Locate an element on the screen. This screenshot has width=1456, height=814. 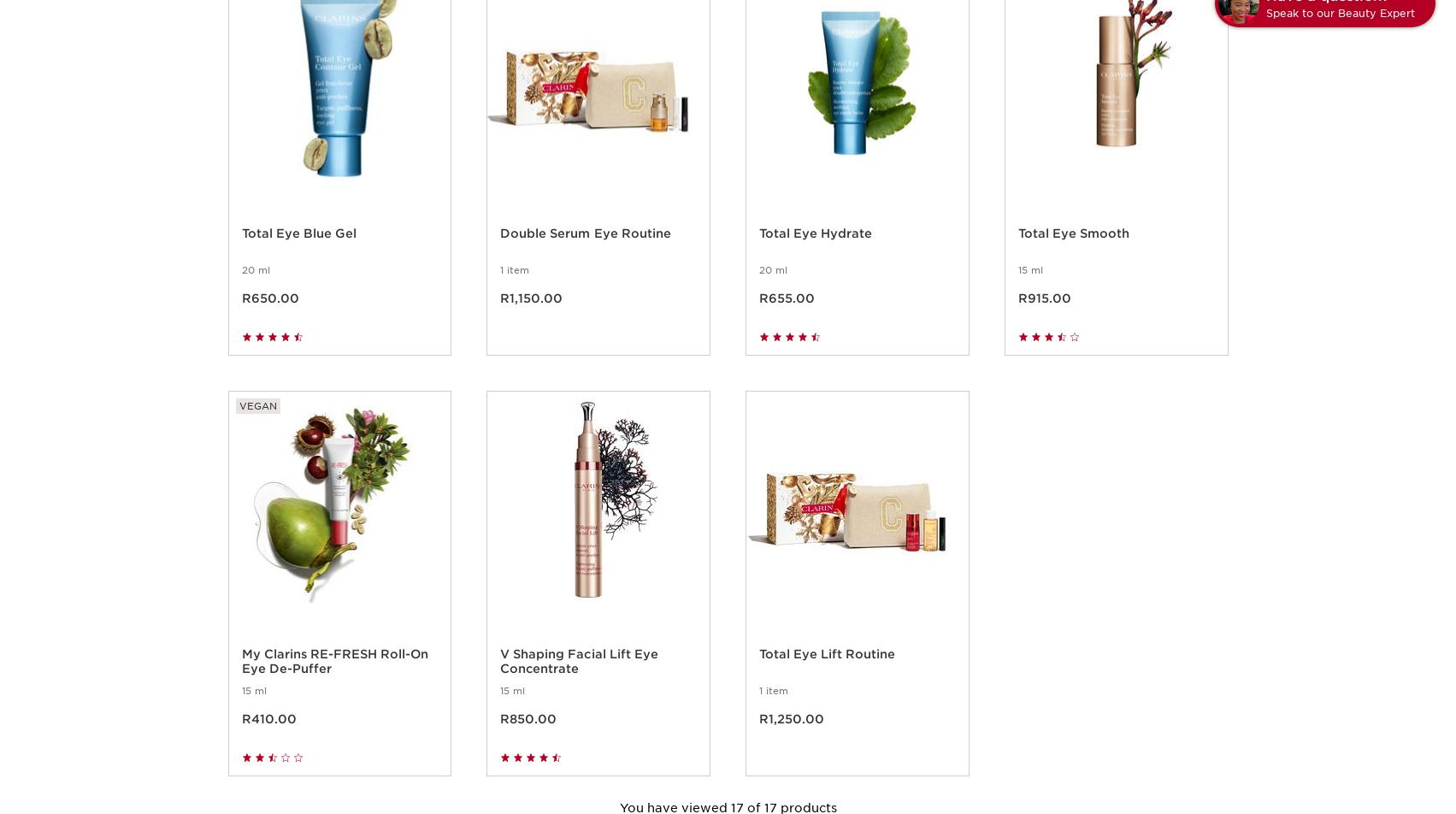
'R915.00' is located at coordinates (1043, 318).